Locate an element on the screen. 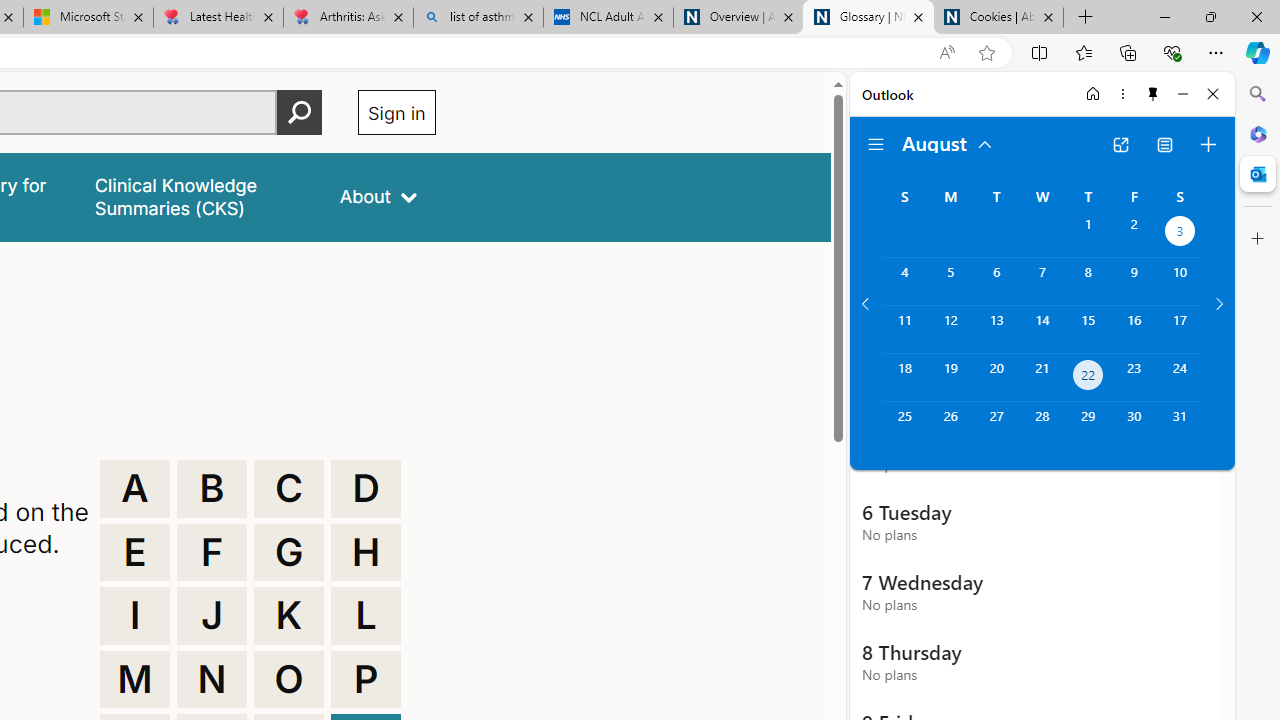  'Saturday, August 17, 2024. ' is located at coordinates (1180, 328).